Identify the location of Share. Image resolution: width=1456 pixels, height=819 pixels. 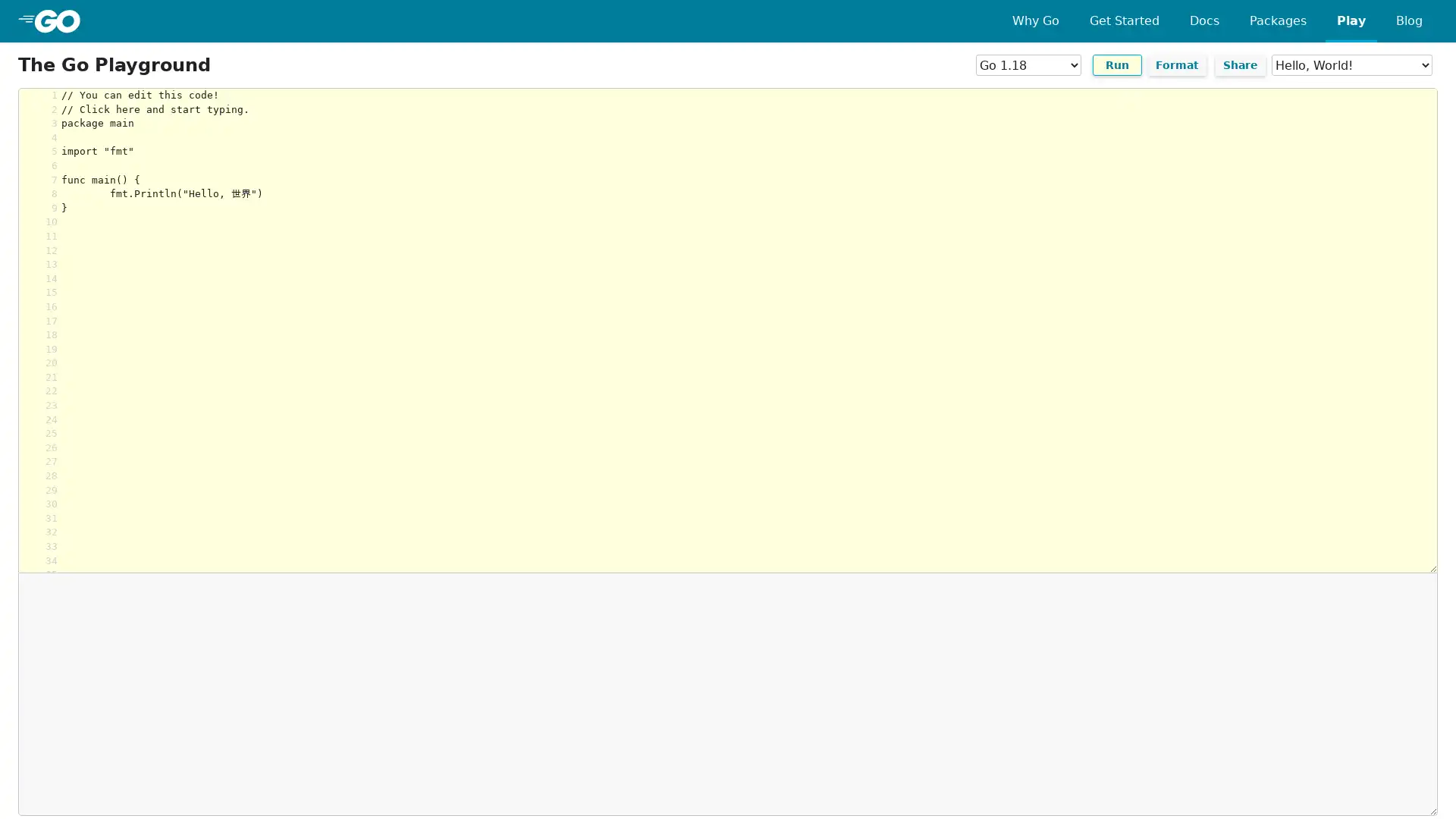
(1241, 64).